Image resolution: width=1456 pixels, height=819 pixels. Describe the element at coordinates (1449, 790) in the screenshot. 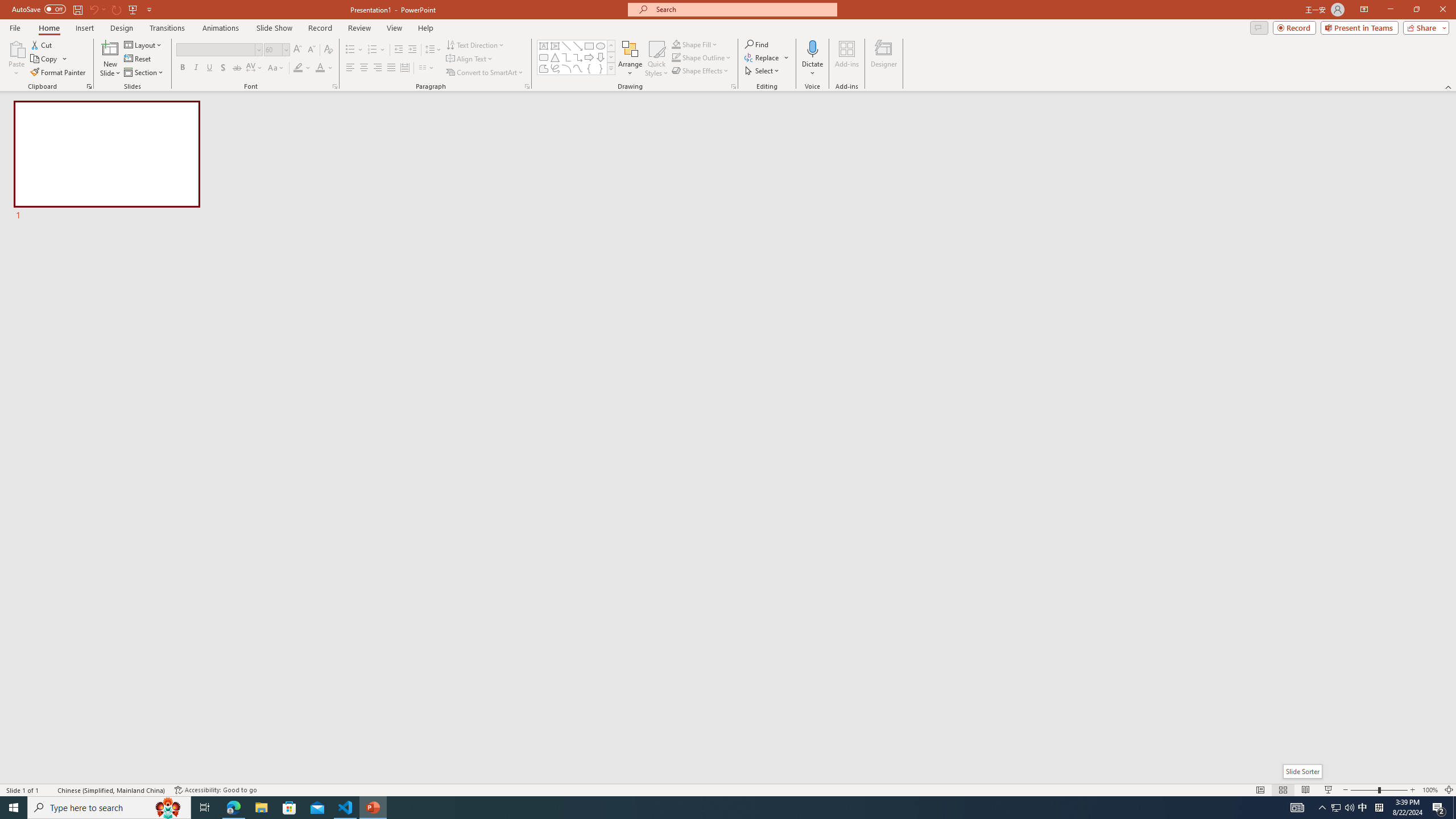

I see `'Zoom to Fit '` at that location.